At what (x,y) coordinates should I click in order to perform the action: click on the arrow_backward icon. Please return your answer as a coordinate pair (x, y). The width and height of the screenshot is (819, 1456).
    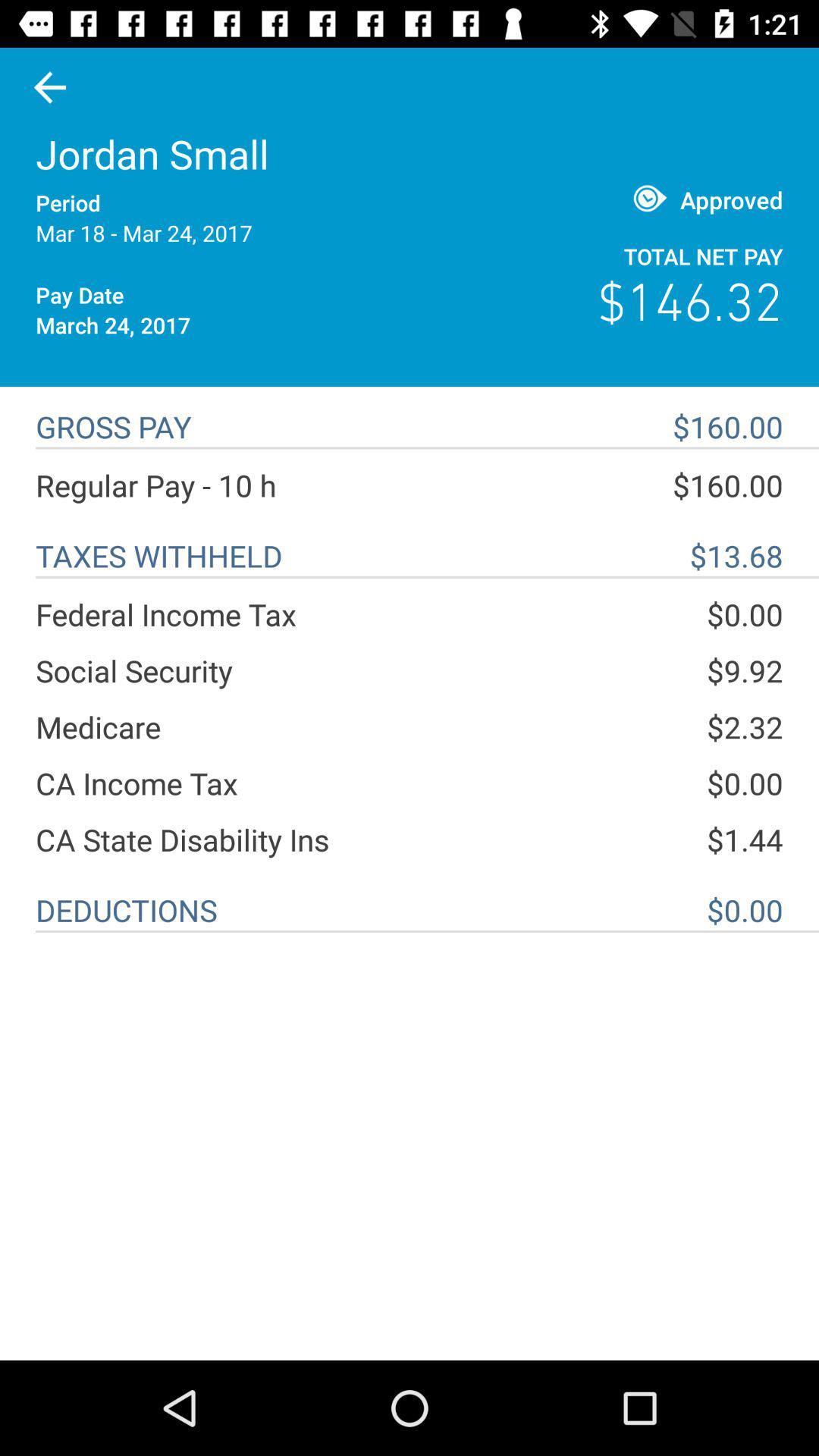
    Looking at the image, I should click on (49, 86).